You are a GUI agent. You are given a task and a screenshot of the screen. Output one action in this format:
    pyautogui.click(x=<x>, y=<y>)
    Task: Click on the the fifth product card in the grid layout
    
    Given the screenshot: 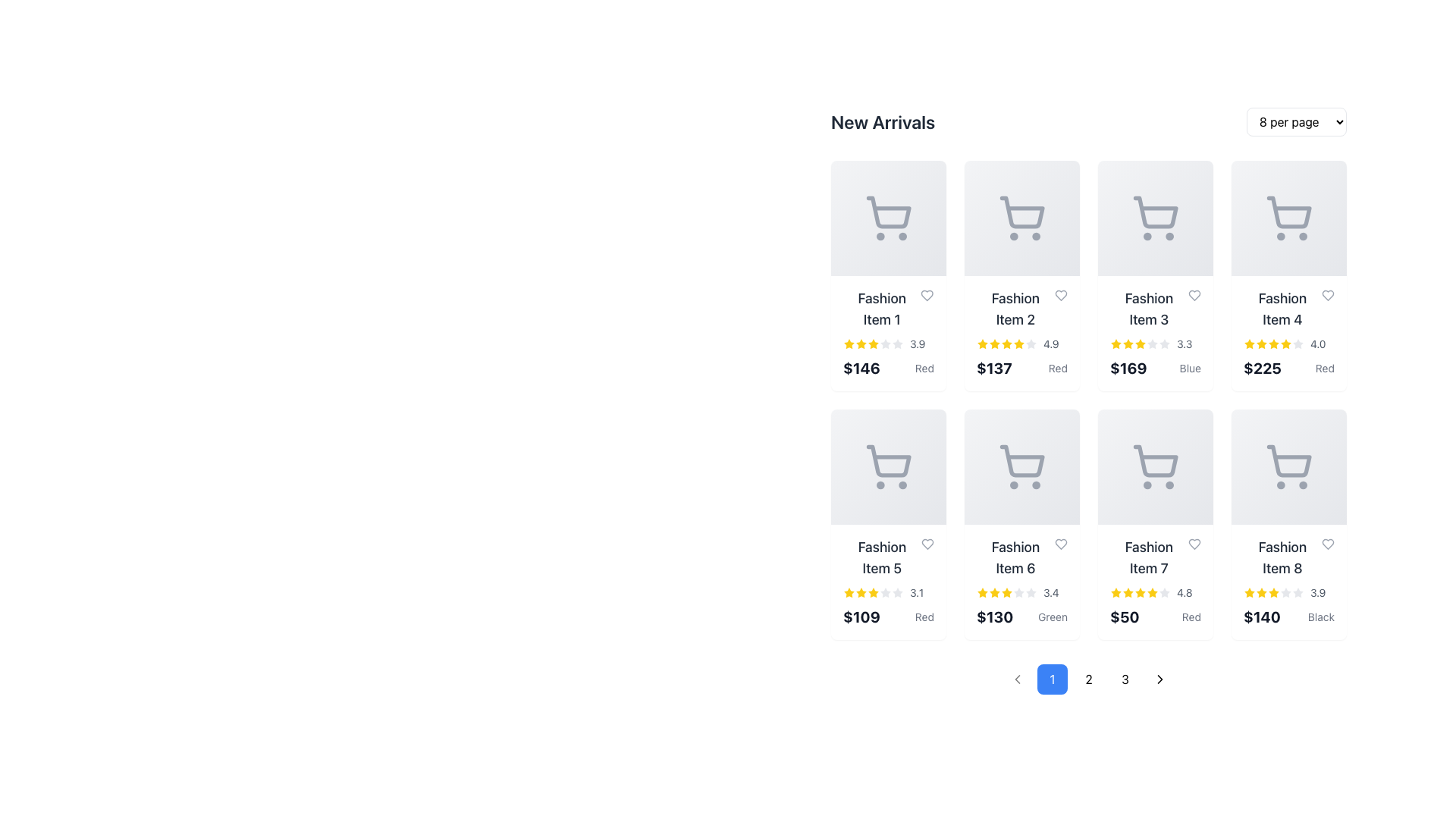 What is the action you would take?
    pyautogui.click(x=888, y=523)
    